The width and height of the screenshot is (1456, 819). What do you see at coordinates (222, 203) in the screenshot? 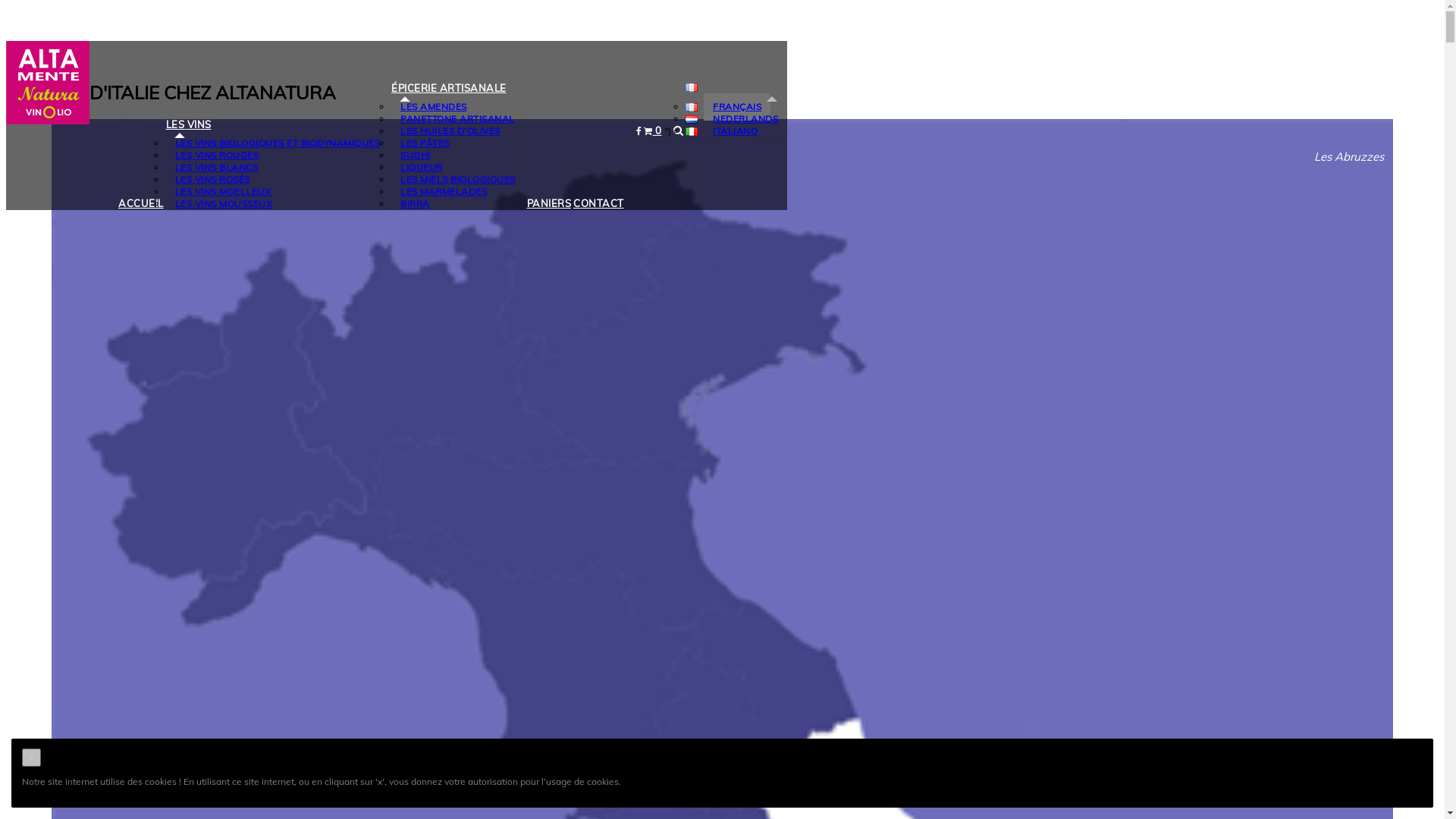
I see `'LES VINS MOUSSEUX'` at bounding box center [222, 203].